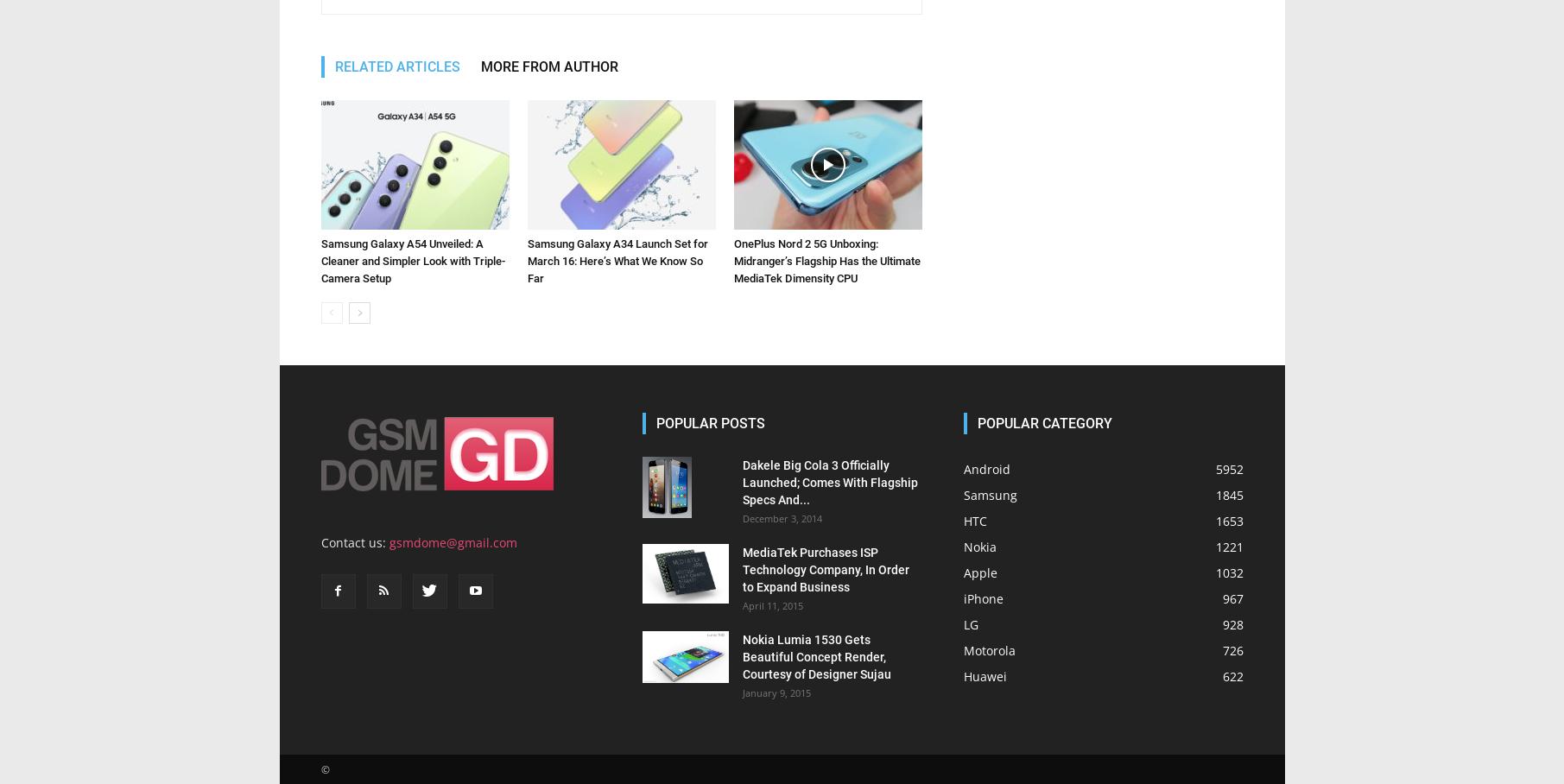 The width and height of the screenshot is (1564, 784). Describe the element at coordinates (987, 650) in the screenshot. I see `'Motorola'` at that location.